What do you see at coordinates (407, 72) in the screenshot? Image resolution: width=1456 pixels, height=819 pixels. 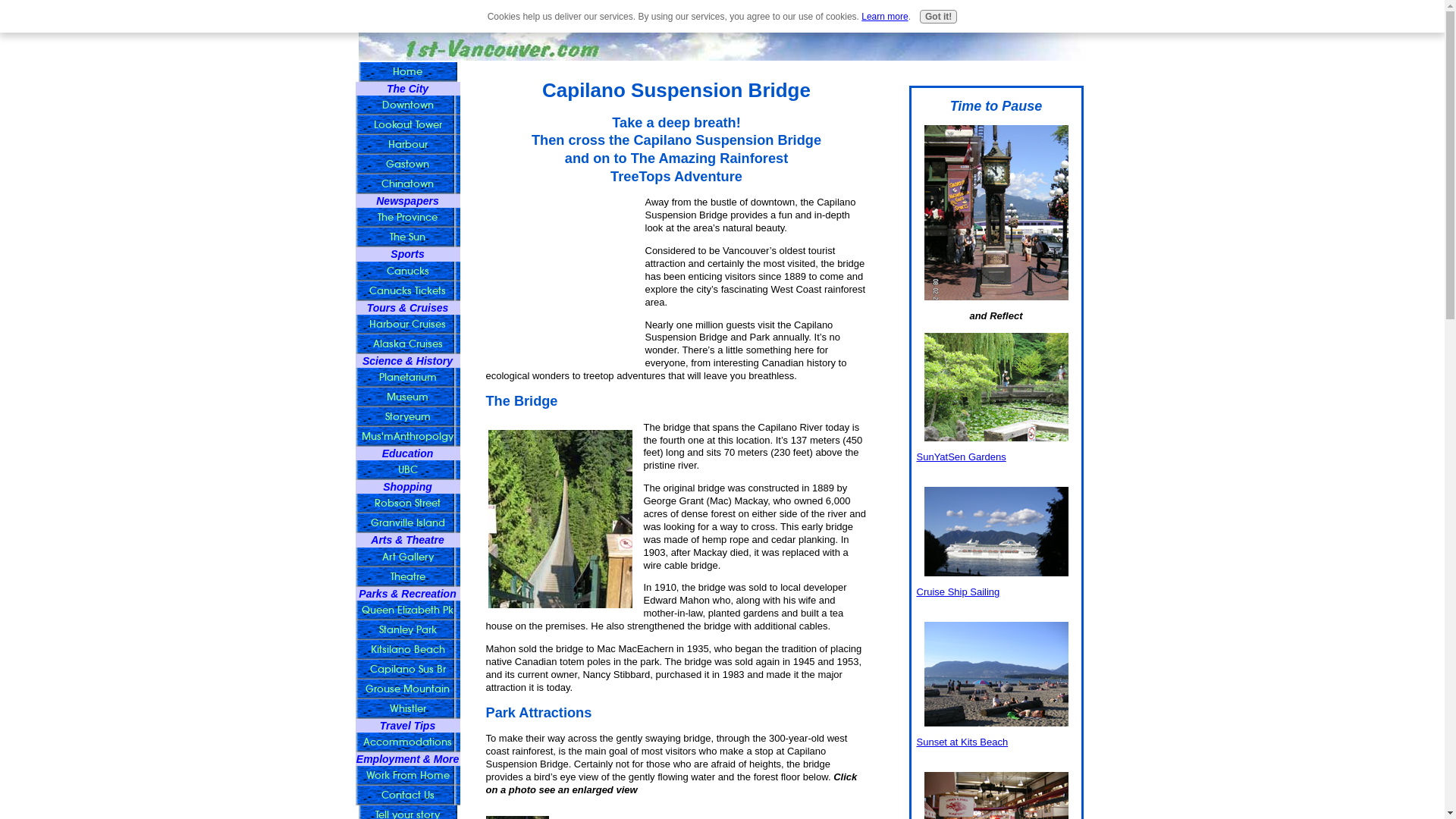 I see `'Home'` at bounding box center [407, 72].